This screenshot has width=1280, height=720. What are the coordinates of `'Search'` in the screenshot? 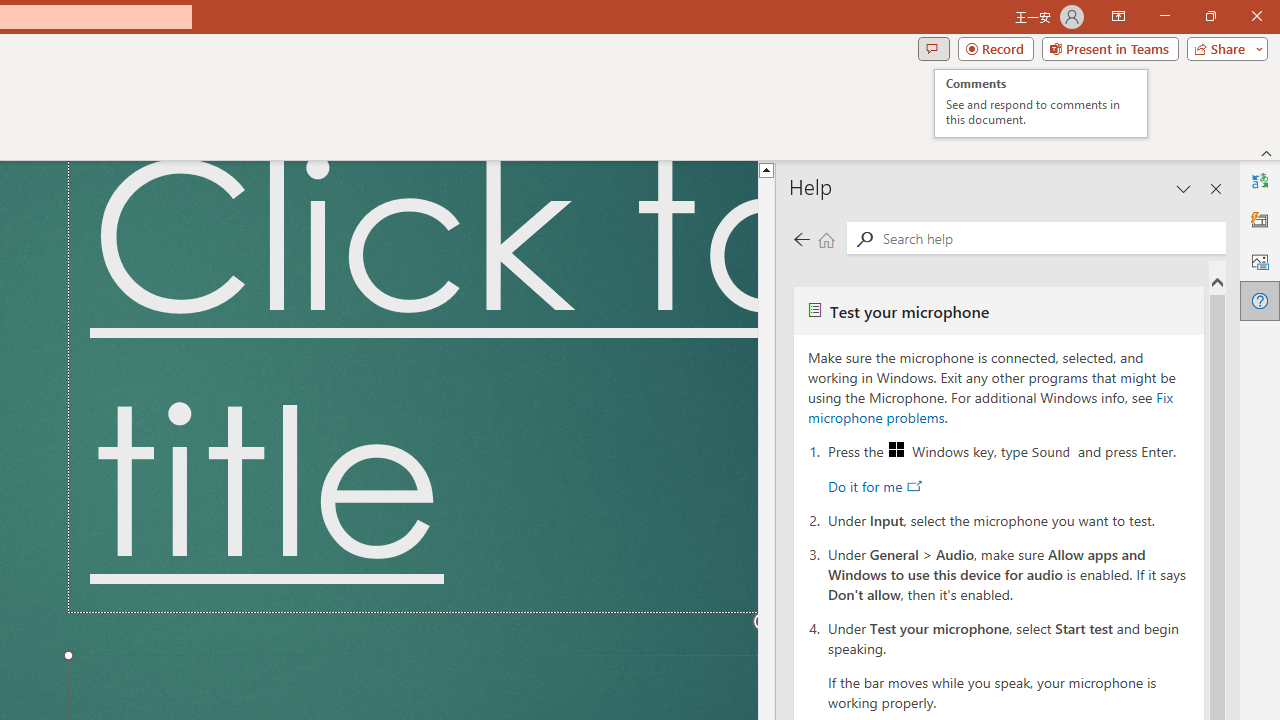 It's located at (1049, 236).